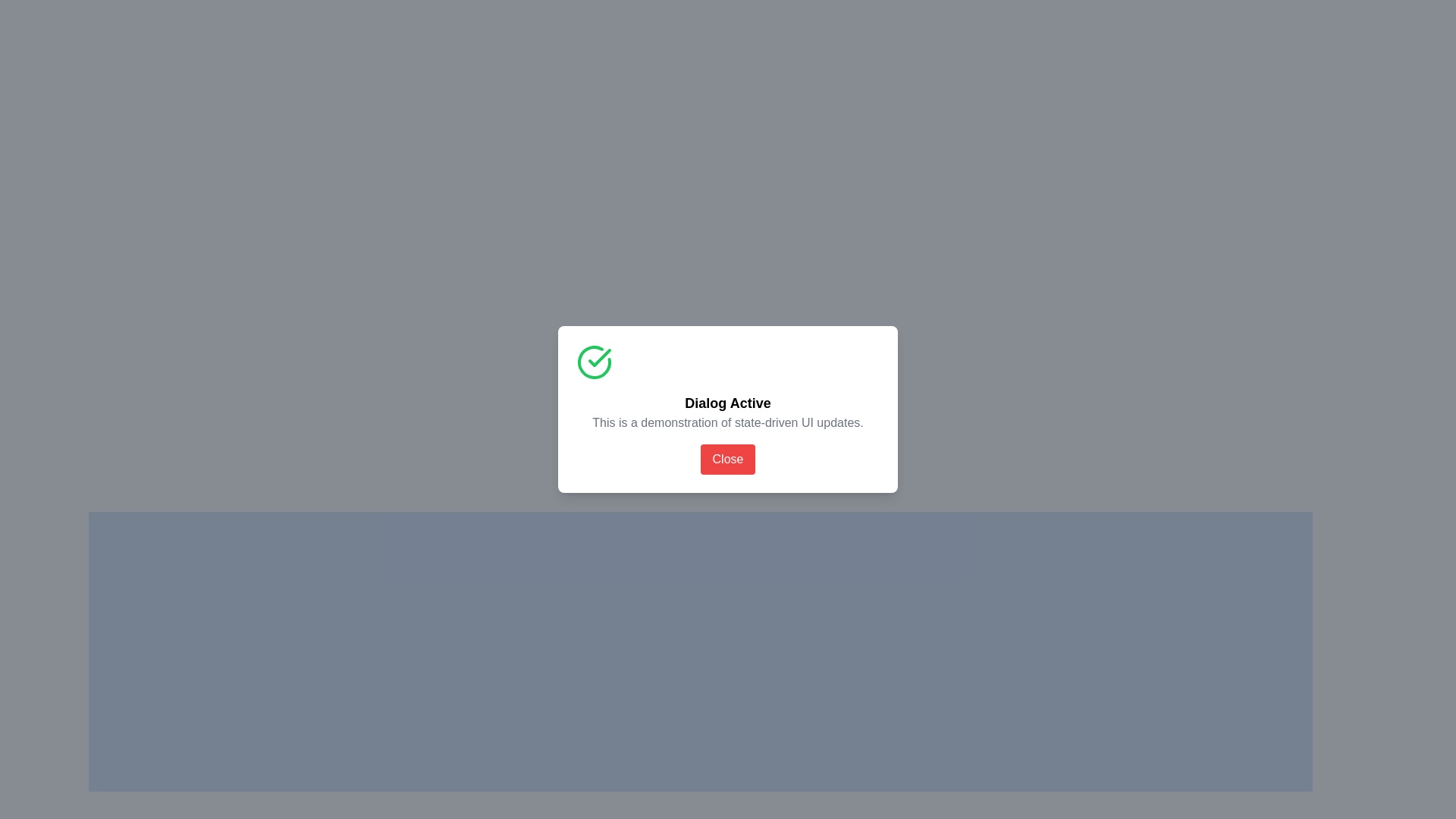 This screenshot has height=819, width=1456. What do you see at coordinates (728, 403) in the screenshot?
I see `the heading text element that serves as the title for the dialog, which is positioned centrally below a large green circular check icon and above a descriptive text block and a red 'Close' button` at bounding box center [728, 403].